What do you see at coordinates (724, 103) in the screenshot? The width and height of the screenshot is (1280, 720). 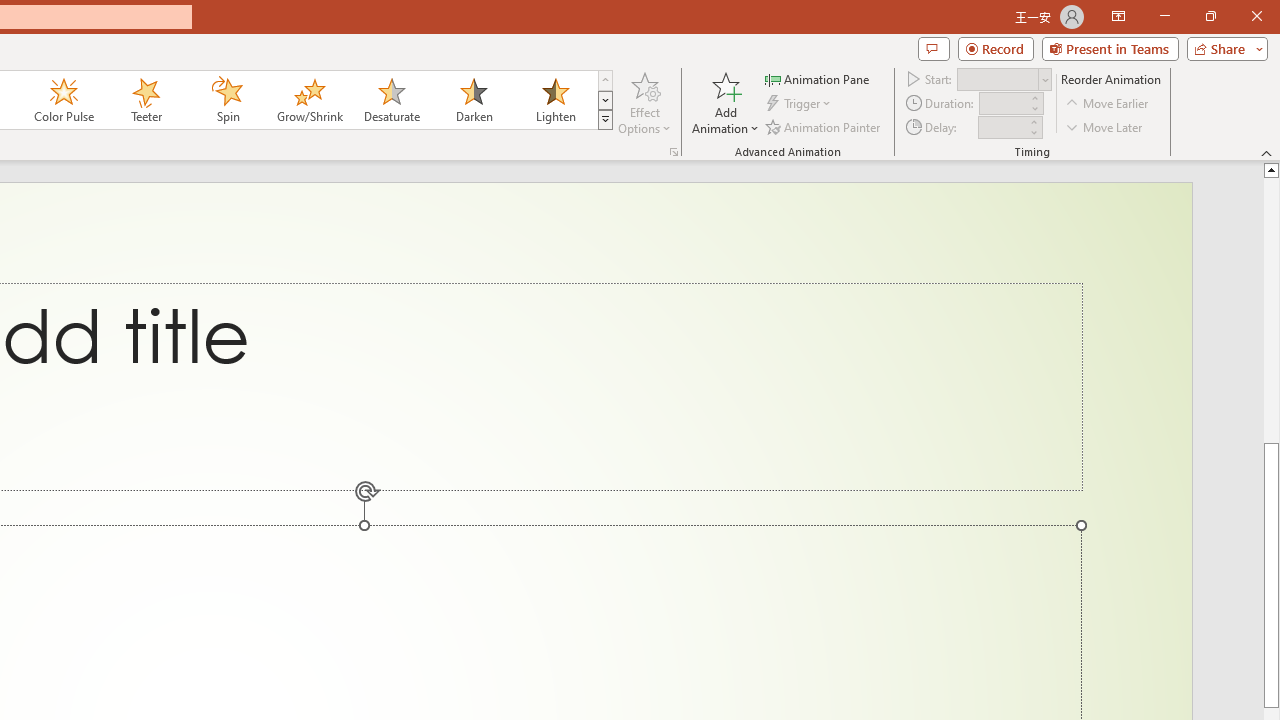 I see `'Add Animation'` at bounding box center [724, 103].